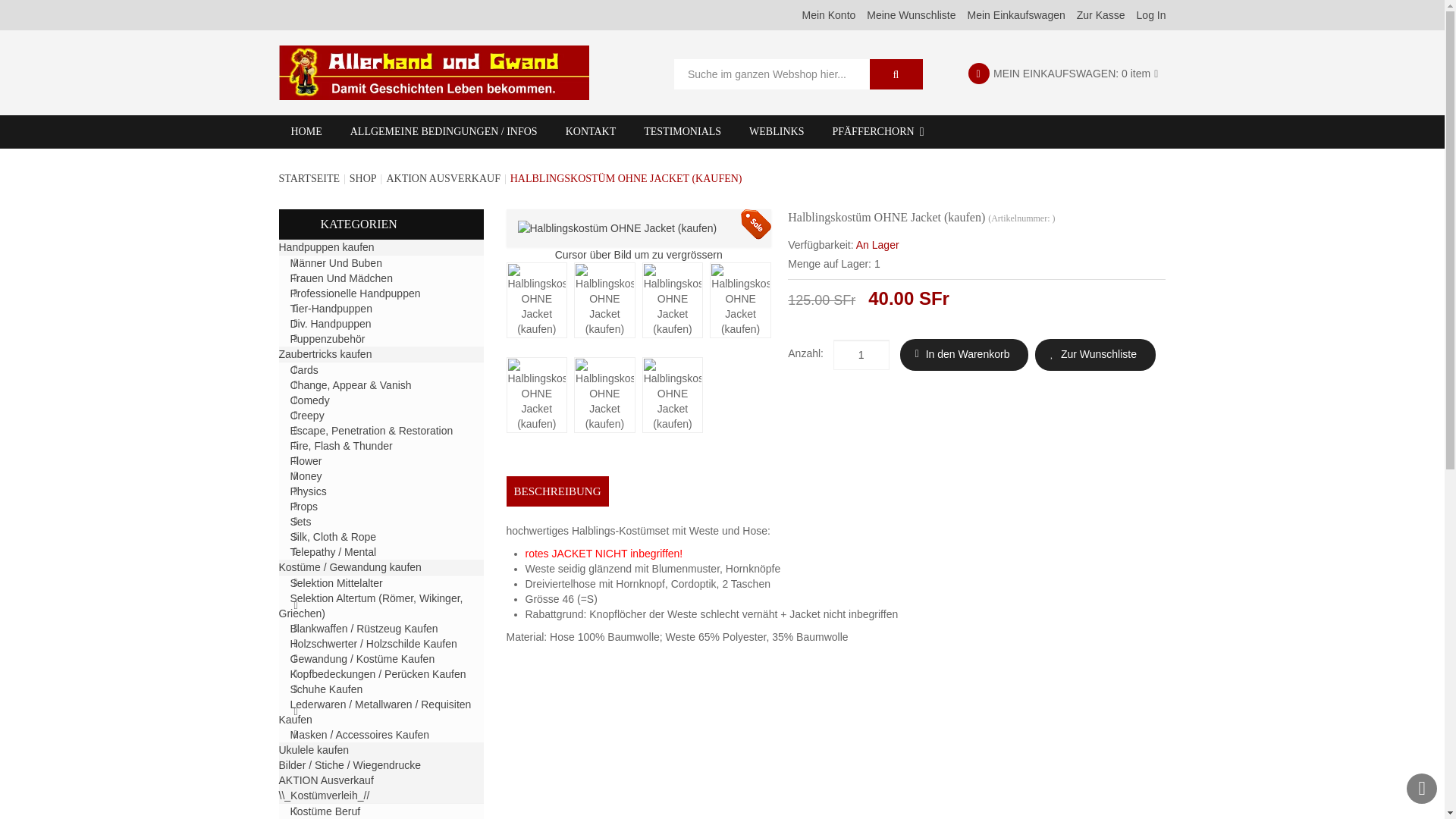 Image resolution: width=1456 pixels, height=819 pixels. I want to click on 'Telepathy / Mental', so click(331, 552).